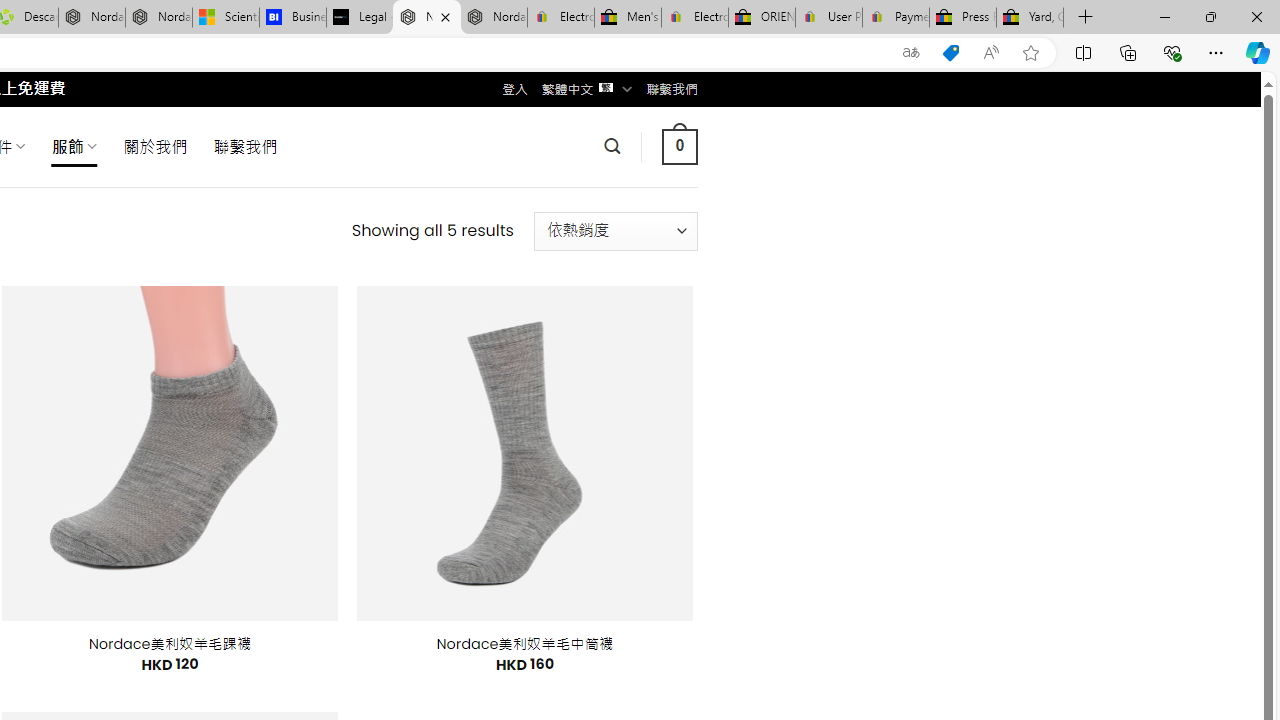 Image resolution: width=1280 pixels, height=720 pixels. I want to click on 'User Privacy Notice | eBay', so click(828, 17).